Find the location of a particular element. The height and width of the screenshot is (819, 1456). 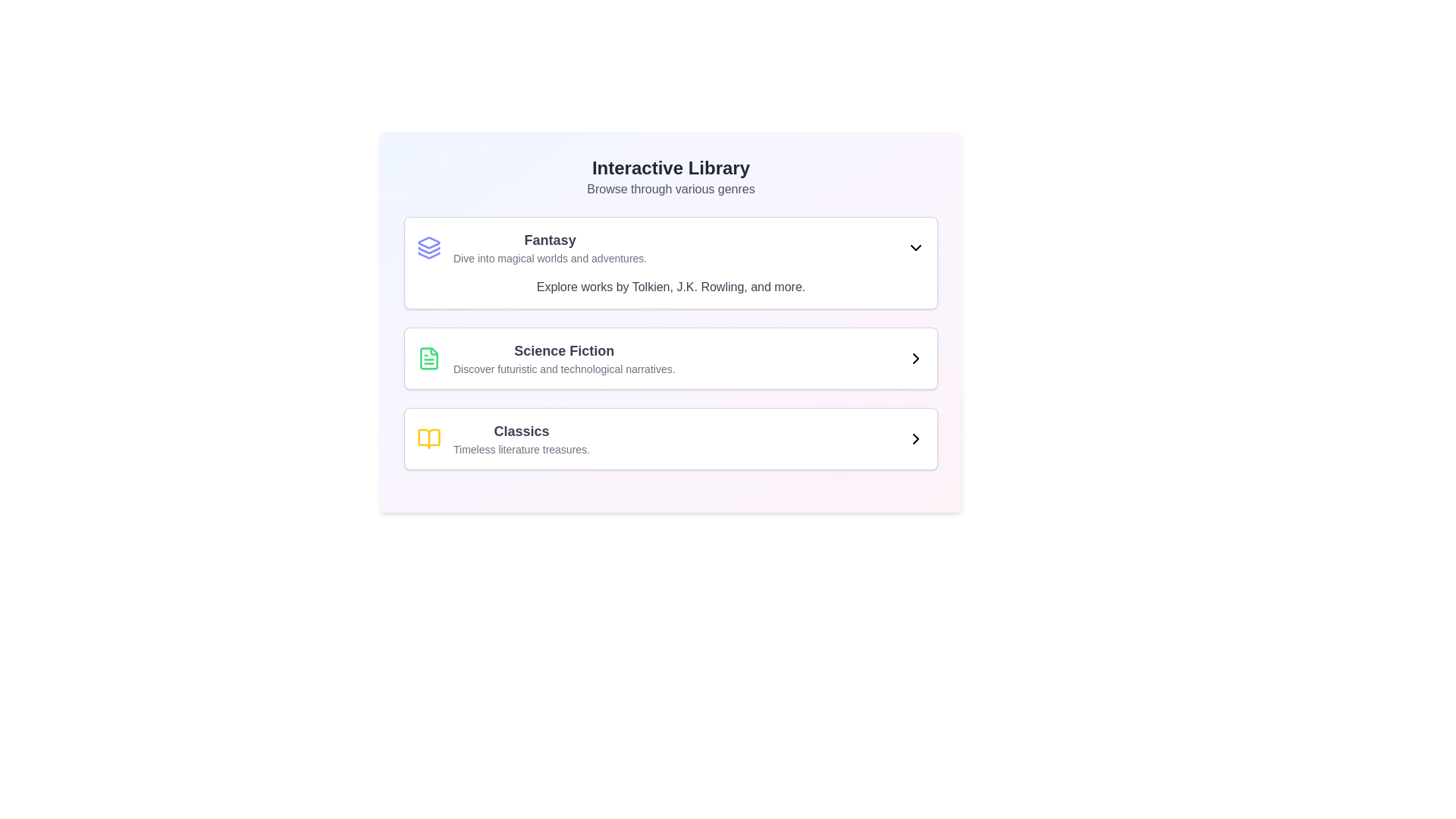

the Text block that serves as a header for the sections labeled 'Fantasy,' 'Science Fiction,' and 'Classics.' is located at coordinates (670, 177).